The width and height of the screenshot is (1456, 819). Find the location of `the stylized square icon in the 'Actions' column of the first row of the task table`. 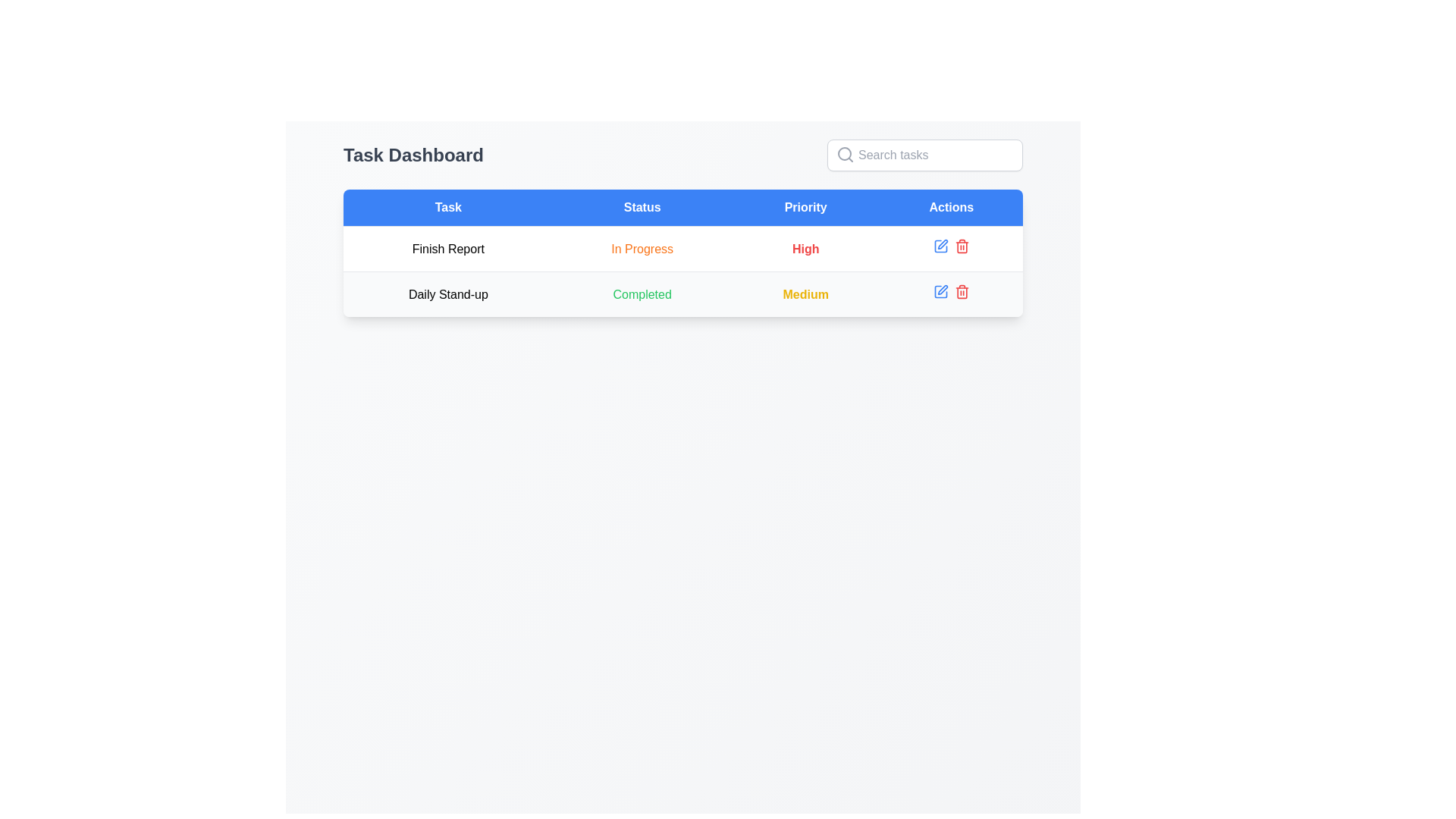

the stylized square icon in the 'Actions' column of the first row of the task table is located at coordinates (940, 245).